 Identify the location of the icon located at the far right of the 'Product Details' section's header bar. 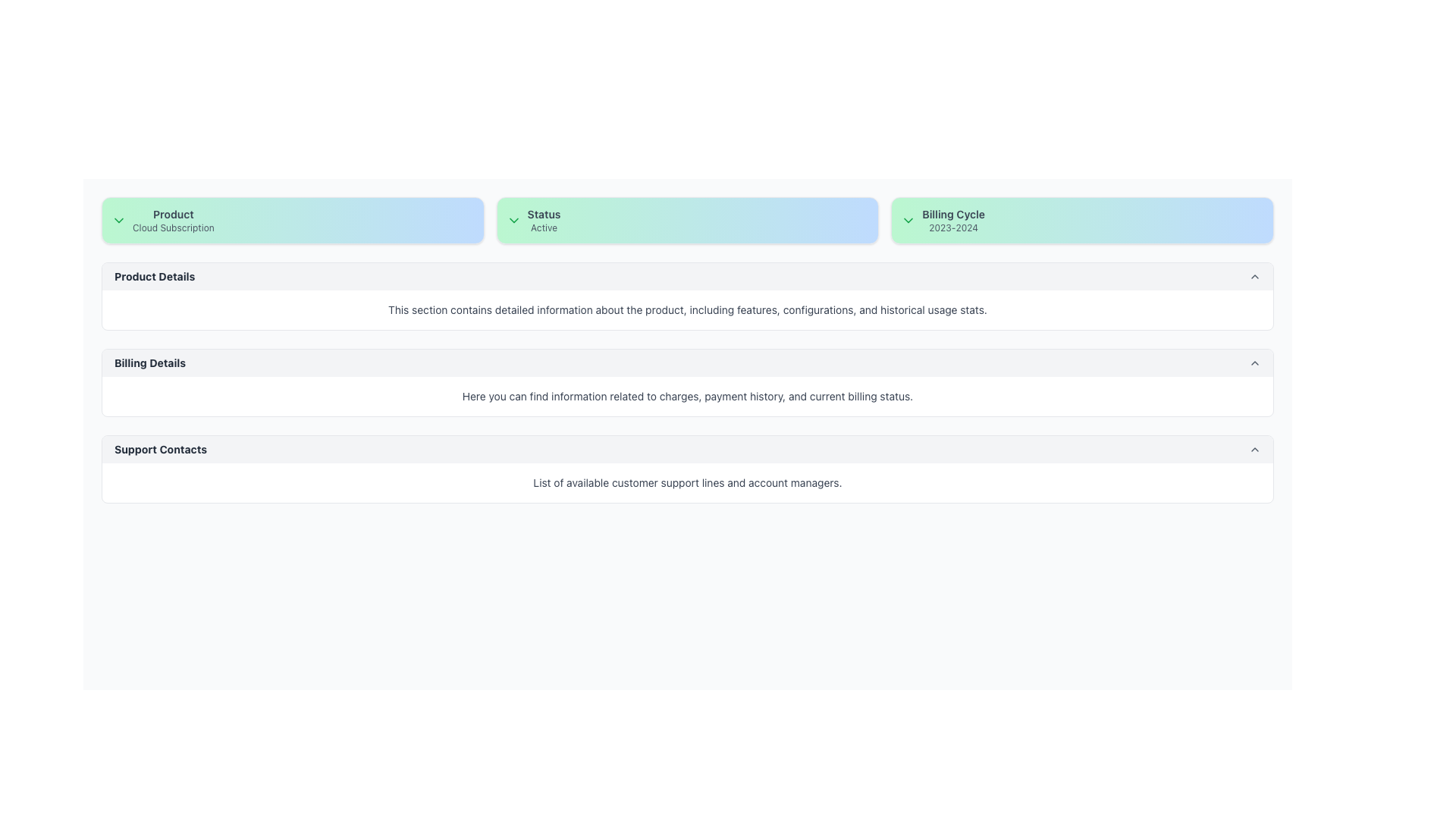
(1255, 277).